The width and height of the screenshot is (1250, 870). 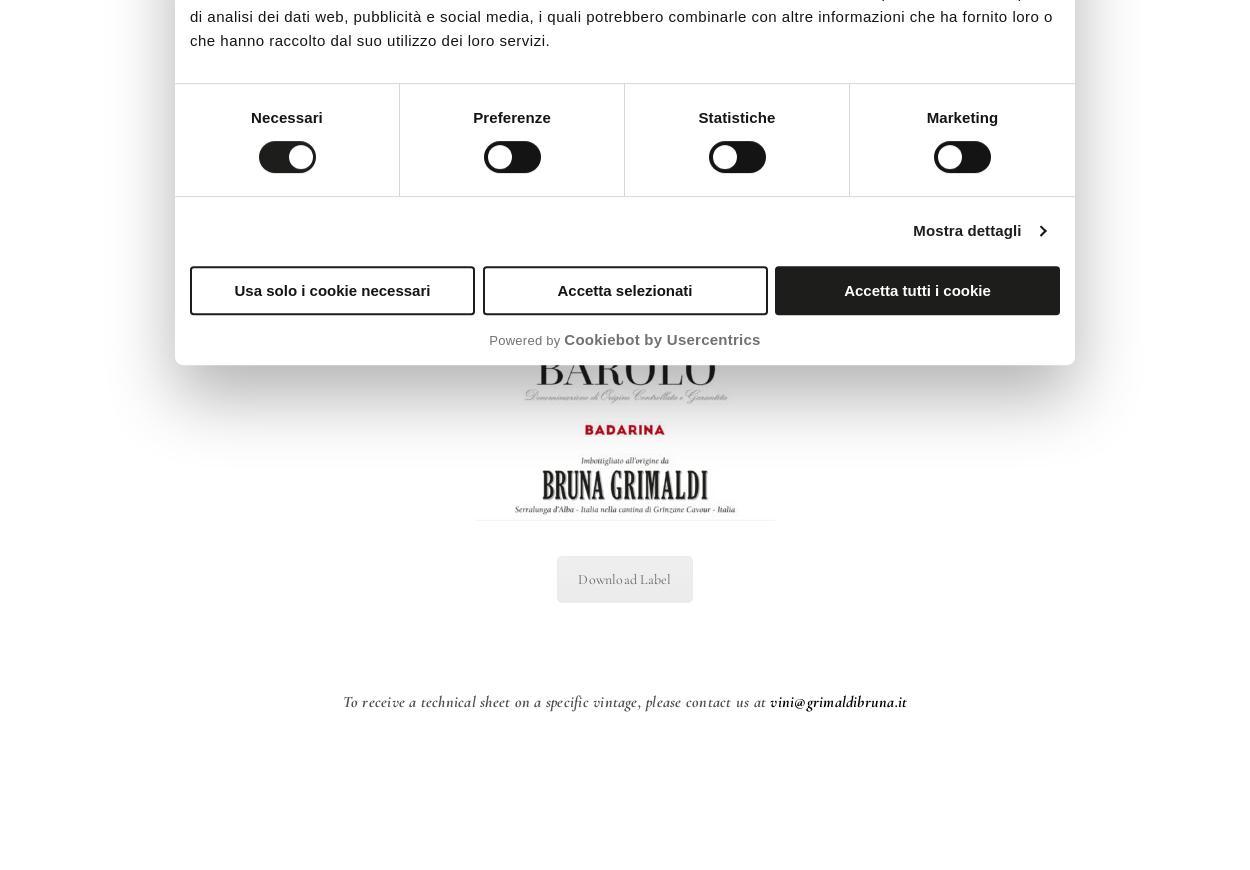 What do you see at coordinates (623, 289) in the screenshot?
I see `'Accetta selezionati'` at bounding box center [623, 289].